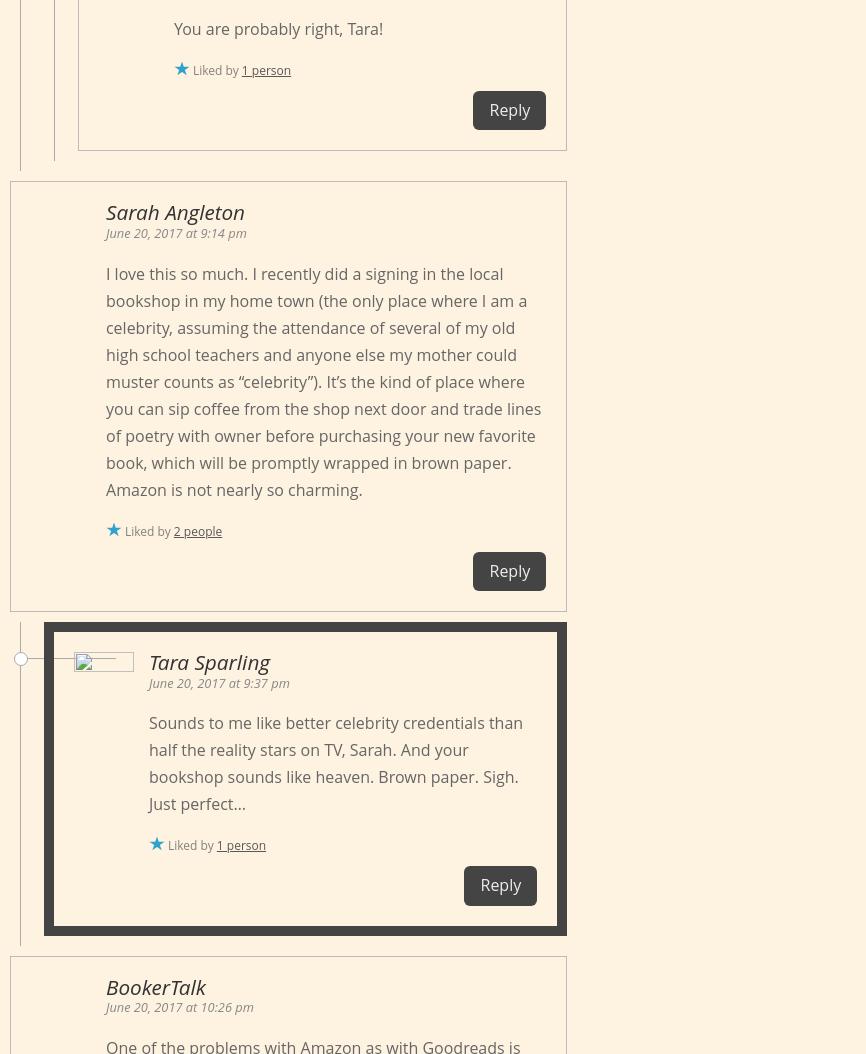 This screenshot has width=866, height=1054. I want to click on 'Sounds to me like better celebrity credentials than half the reality stars on TV, Sarah. And your bookshop sounds like heaven. Brown paper. Sigh. Just perfect…', so click(335, 763).